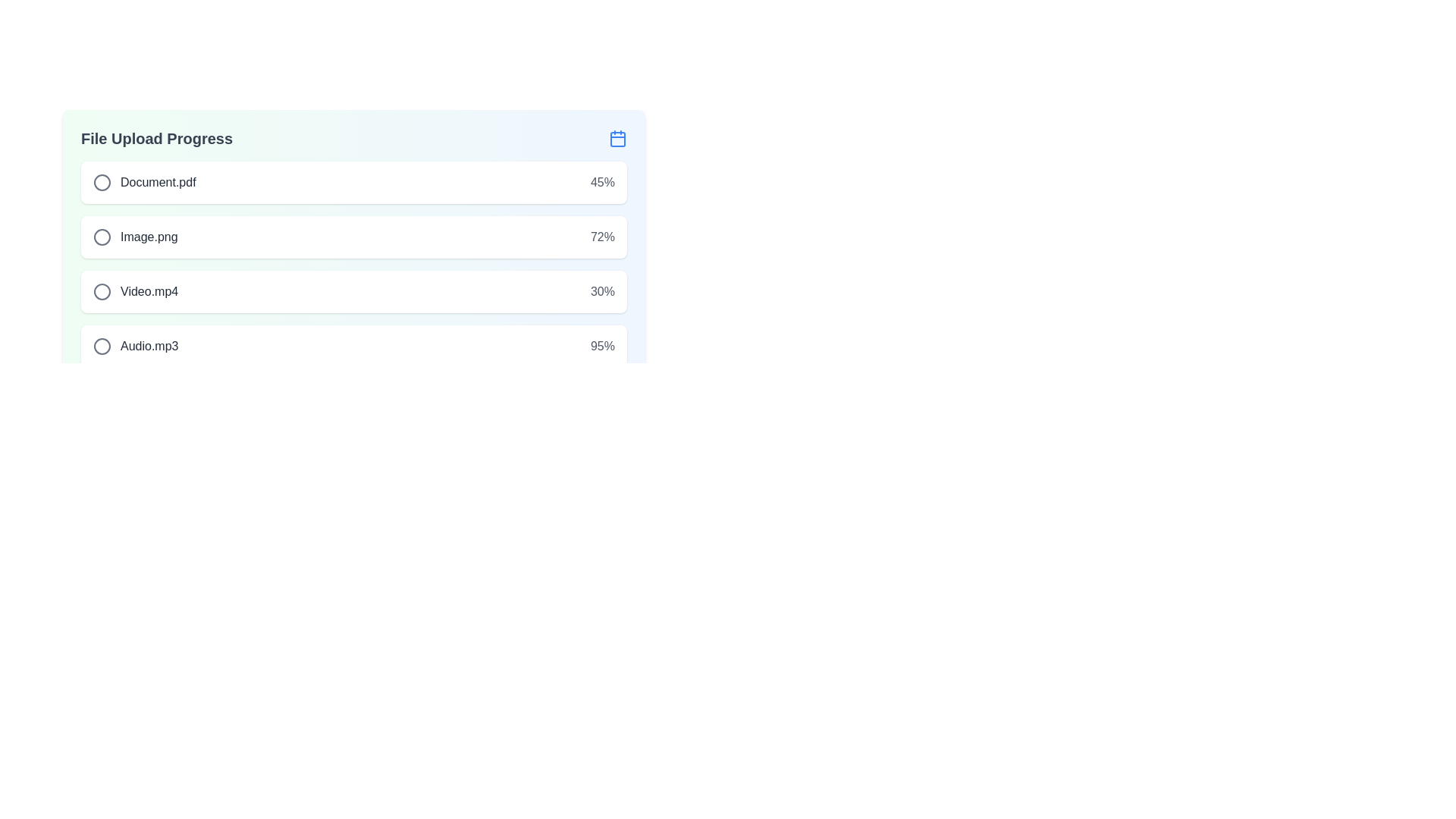 The height and width of the screenshot is (819, 1456). Describe the element at coordinates (101, 346) in the screenshot. I see `the decorative status indicator icon located to the far left of the 'Audio.mp3' label in the file upload progress section` at that location.